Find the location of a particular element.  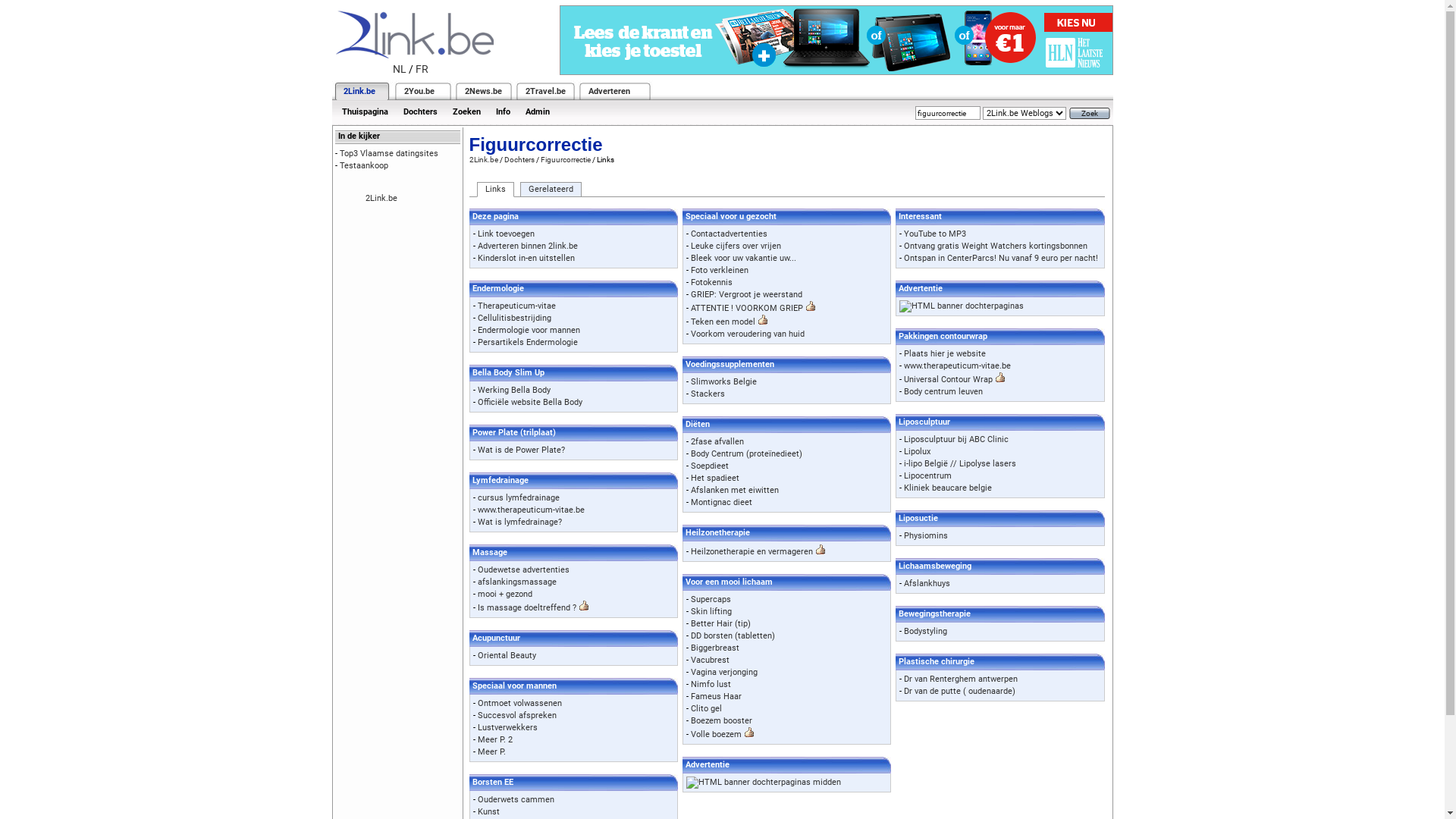

'Vagina verjonging' is located at coordinates (723, 671).